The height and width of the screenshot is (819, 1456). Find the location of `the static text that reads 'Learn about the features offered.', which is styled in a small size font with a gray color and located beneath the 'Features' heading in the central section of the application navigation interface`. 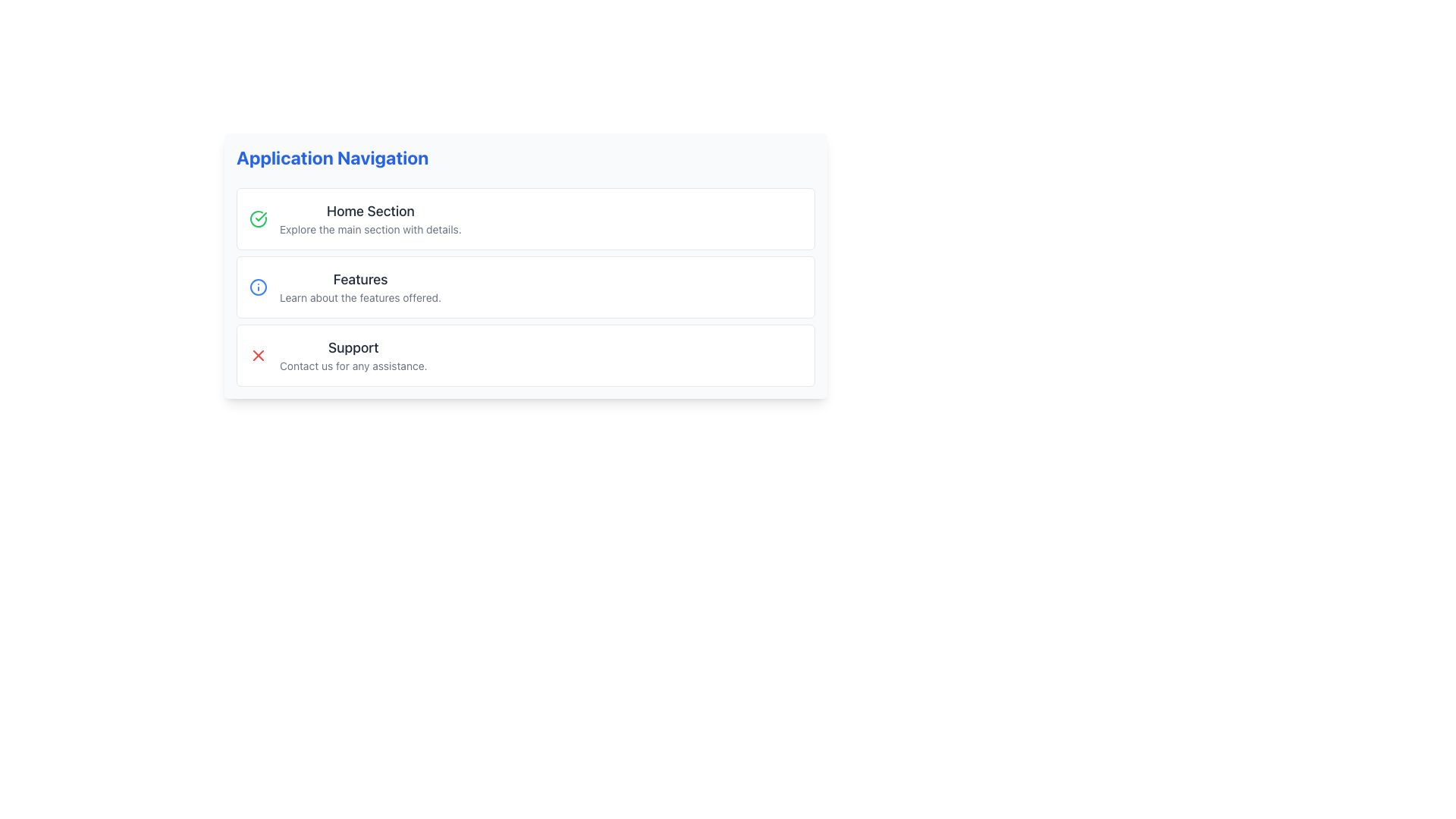

the static text that reads 'Learn about the features offered.', which is styled in a small size font with a gray color and located beneath the 'Features' heading in the central section of the application navigation interface is located at coordinates (359, 298).